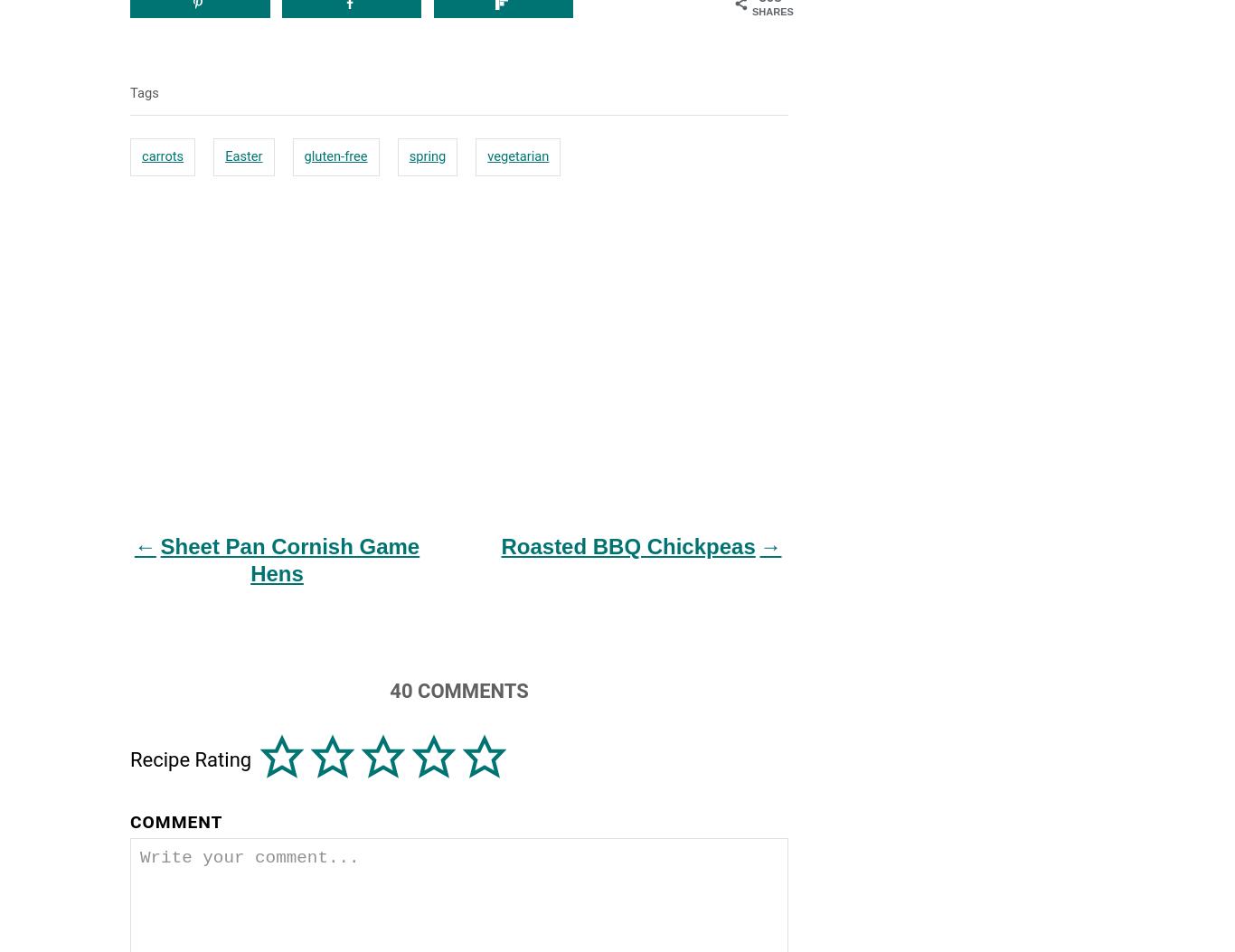 Image resolution: width=1235 pixels, height=952 pixels. I want to click on 'Sheet Pan Cornish Game Hens', so click(289, 559).